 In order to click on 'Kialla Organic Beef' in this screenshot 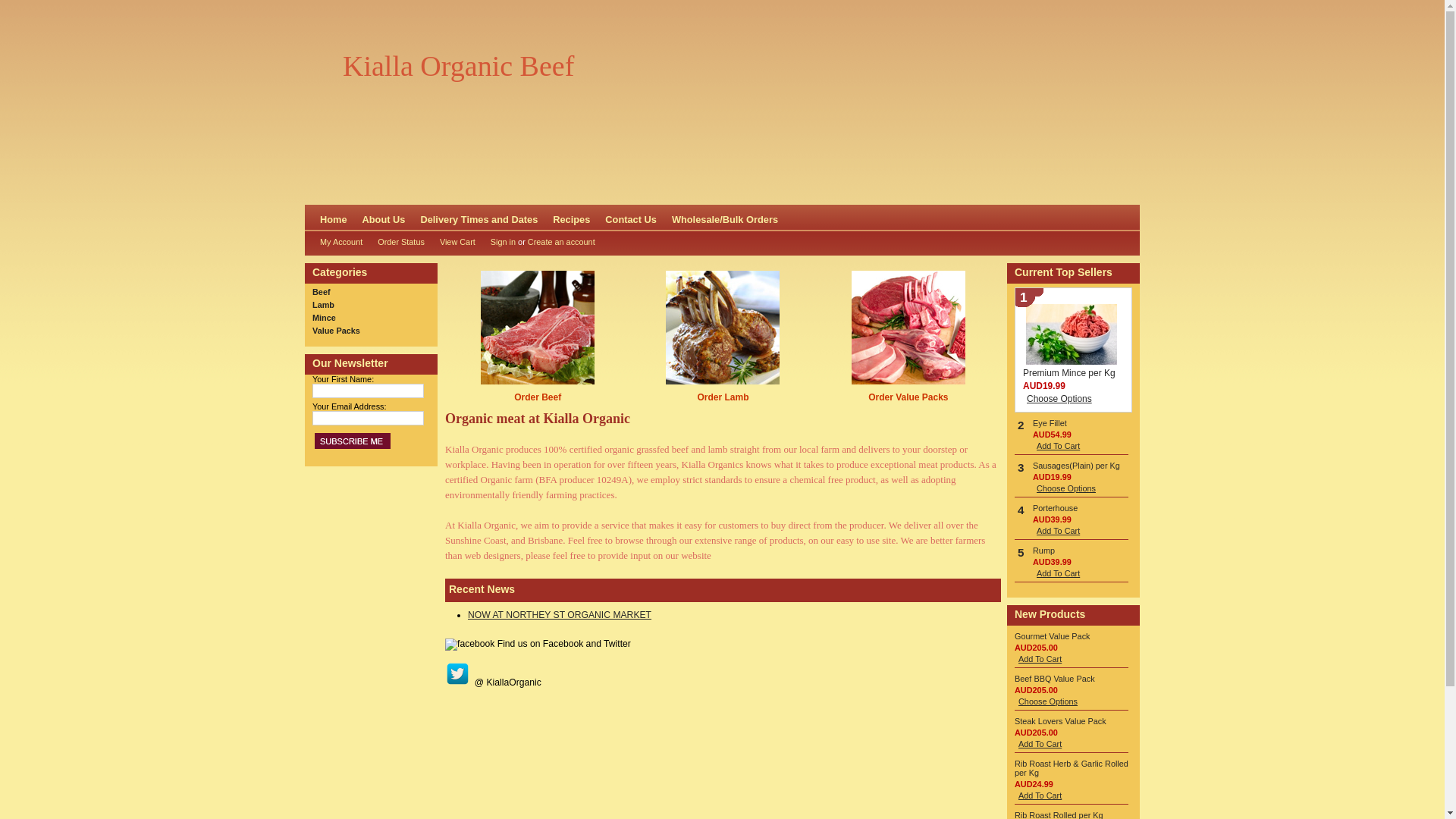, I will do `click(457, 65)`.